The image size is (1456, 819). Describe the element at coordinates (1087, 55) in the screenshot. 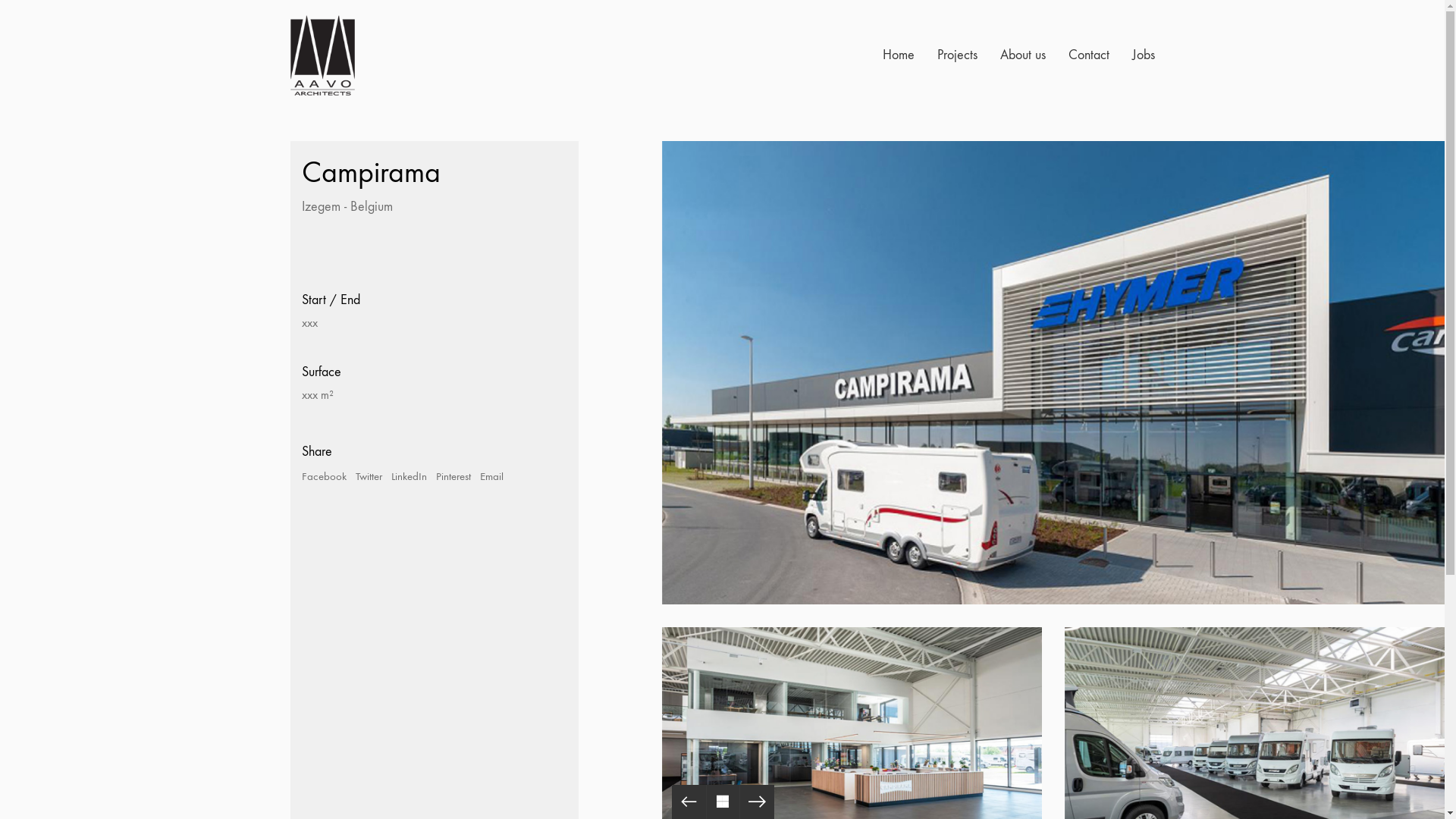

I see `'Contact'` at that location.